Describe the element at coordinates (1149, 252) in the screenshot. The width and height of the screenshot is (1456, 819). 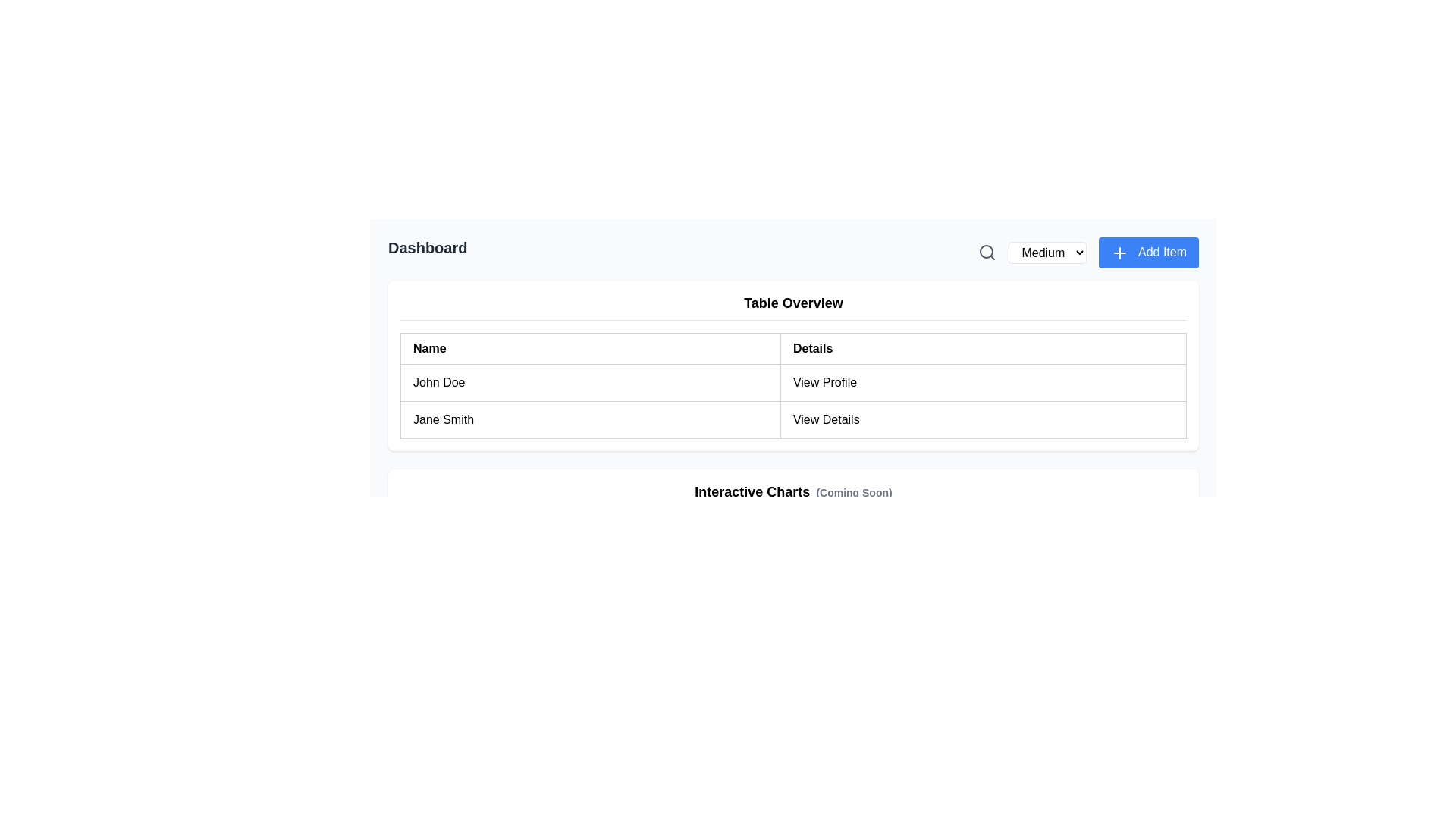
I see `the 'Add Item' button, which has a blue background, white text, and a plus sign icon on the left side` at that location.